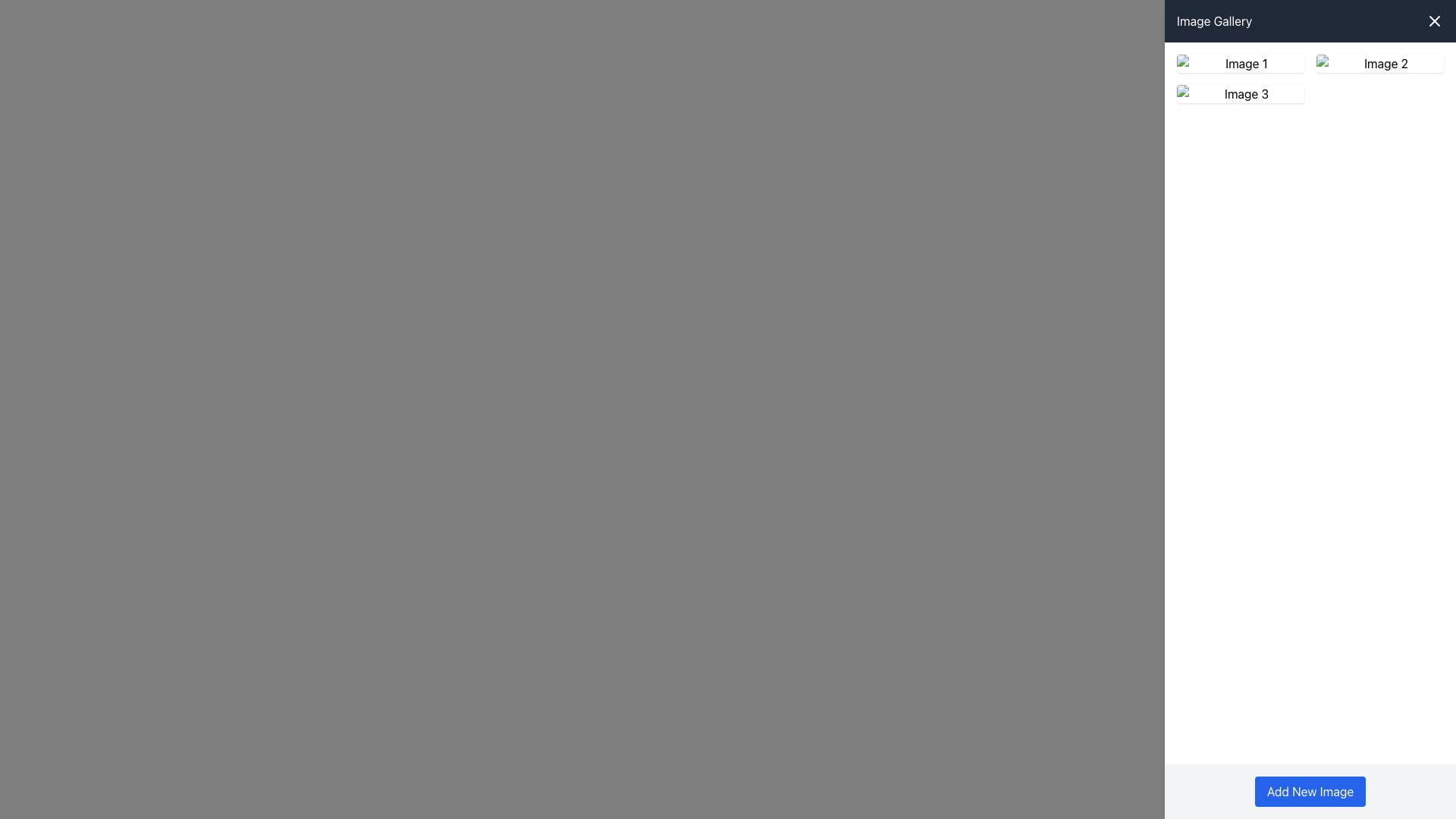 The width and height of the screenshot is (1456, 819). Describe the element at coordinates (1379, 63) in the screenshot. I see `the image placeholder identified by its alternative text 'Image 2' located at the top right corner of the image gallery` at that location.